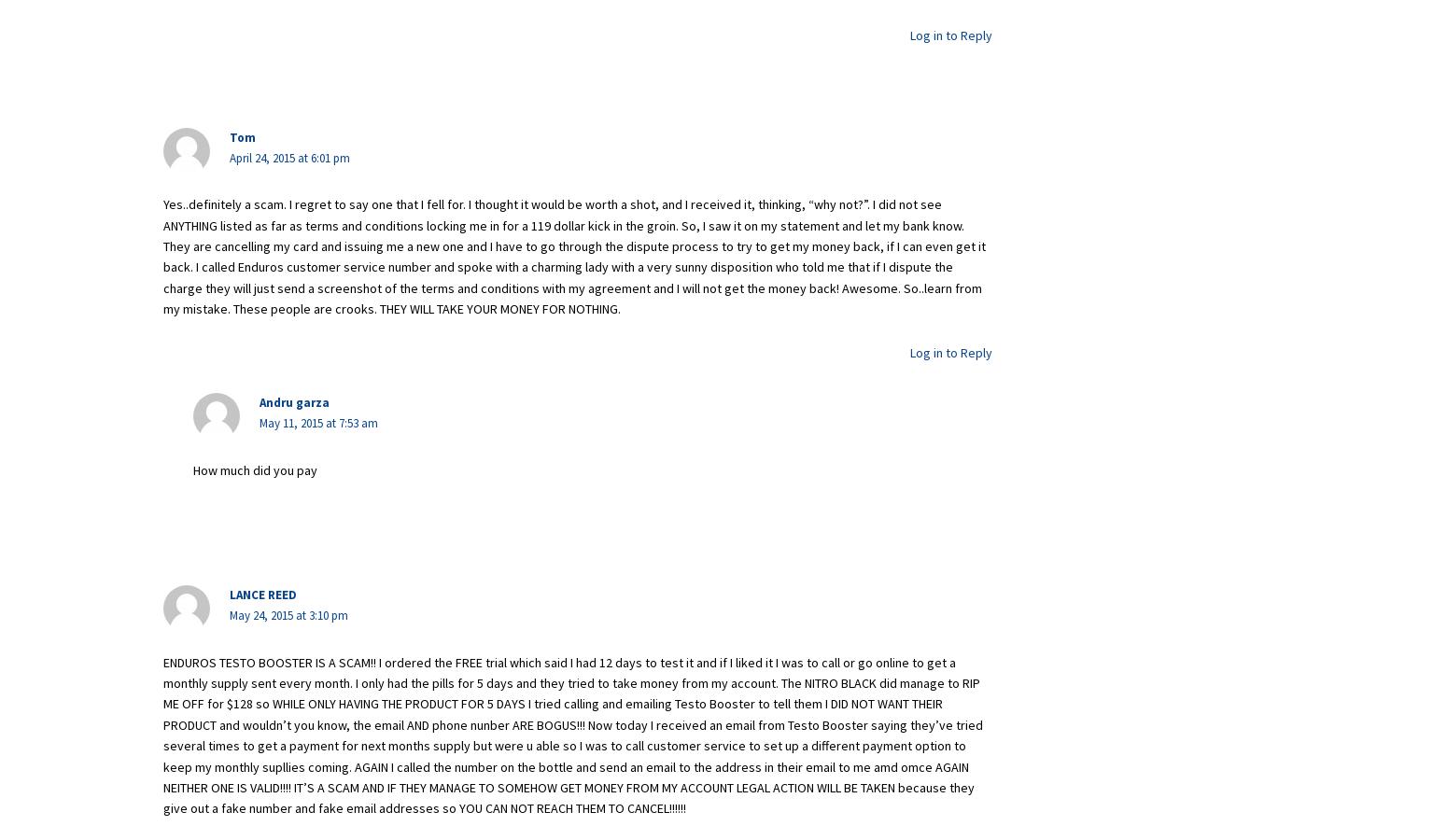 The width and height of the screenshot is (1447, 840). What do you see at coordinates (262, 595) in the screenshot?
I see `'LANCE REED'` at bounding box center [262, 595].